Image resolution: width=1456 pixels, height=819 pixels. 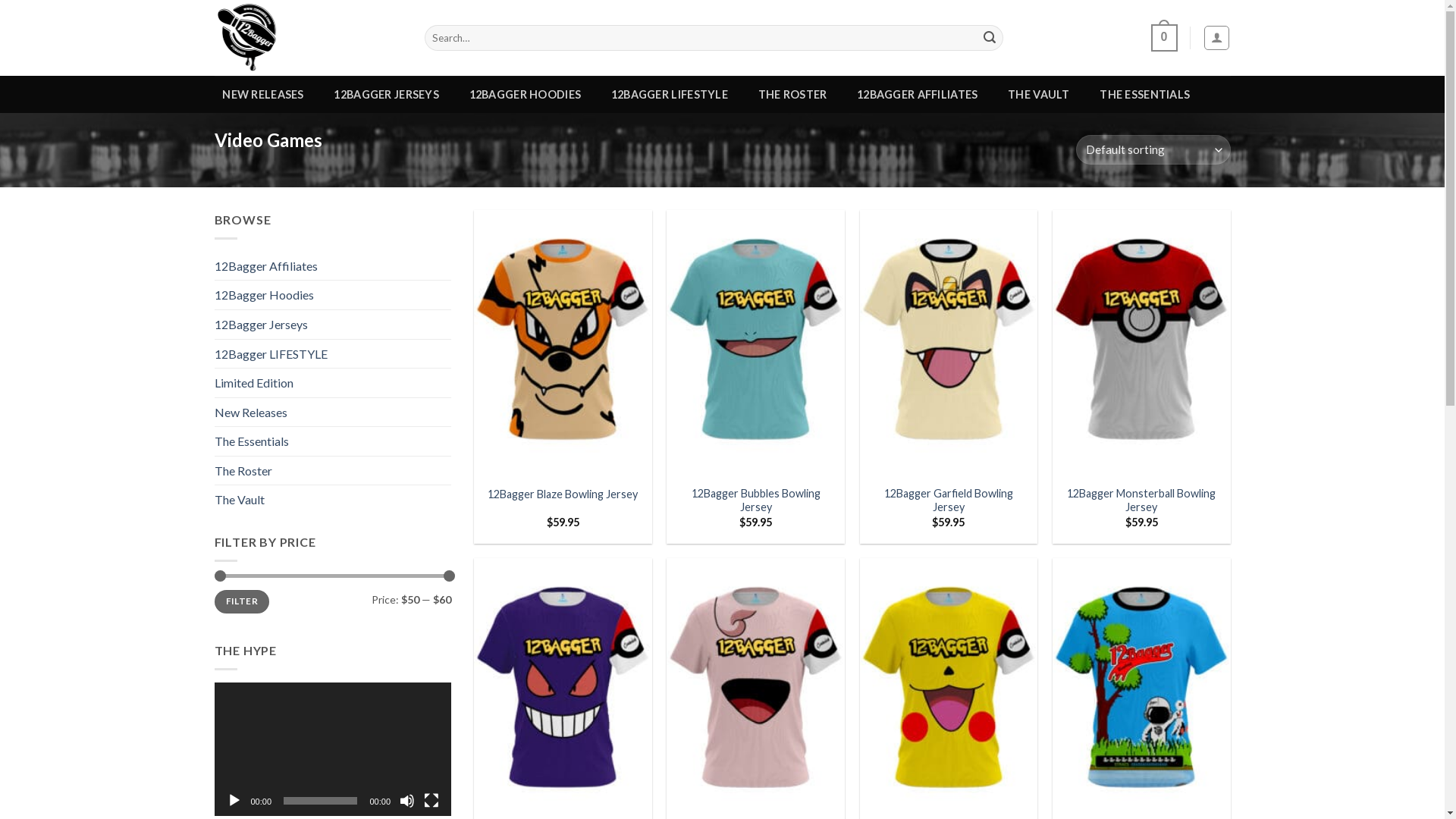 I want to click on '12BAGGER JERSEYS', so click(x=386, y=94).